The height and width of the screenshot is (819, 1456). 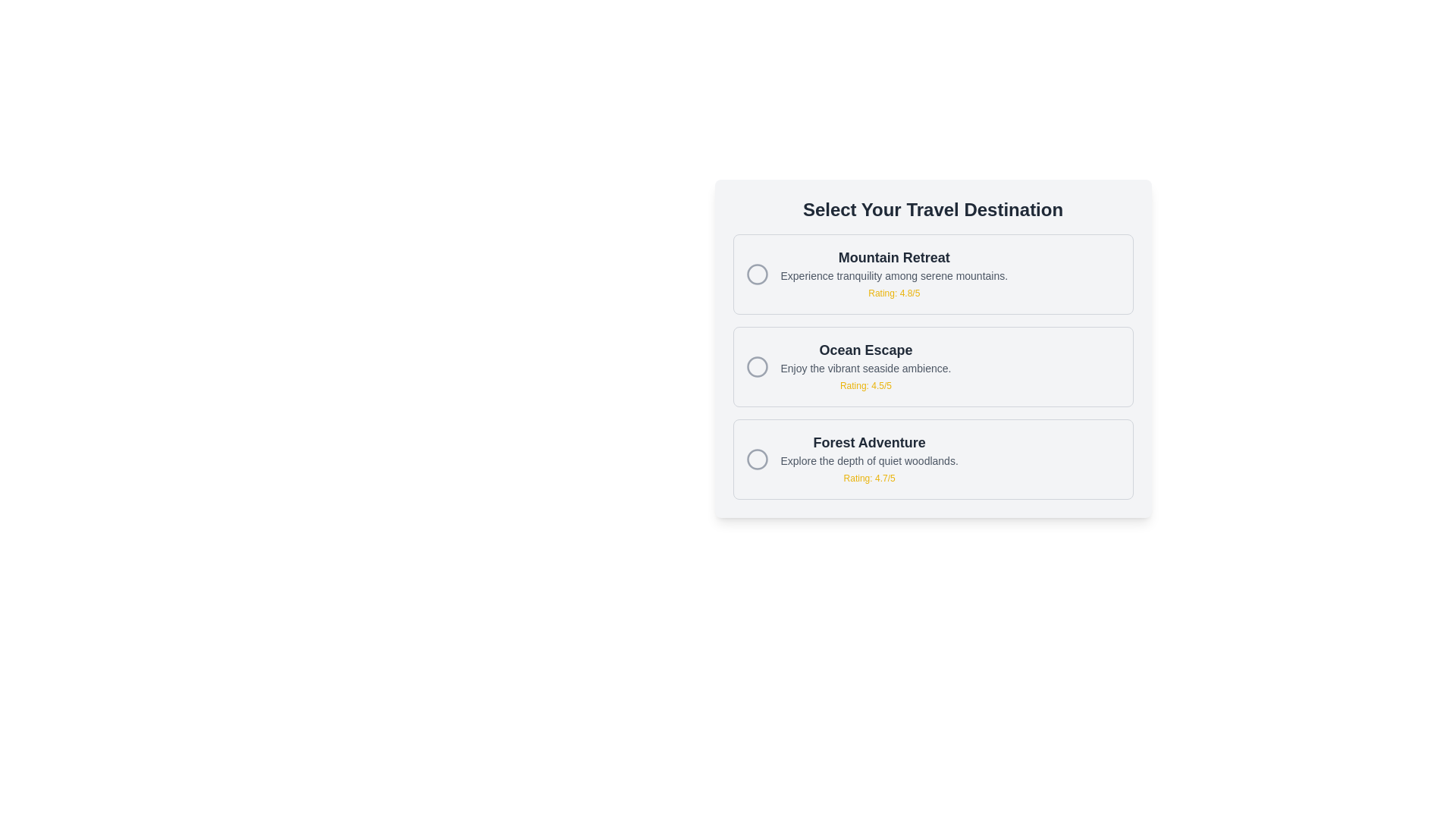 I want to click on the 'Ocean Escape' text label, which is a bold, large font title in dark gray color, part of the second travel option in the 'Select Your Travel Destination' list, so click(x=866, y=350).